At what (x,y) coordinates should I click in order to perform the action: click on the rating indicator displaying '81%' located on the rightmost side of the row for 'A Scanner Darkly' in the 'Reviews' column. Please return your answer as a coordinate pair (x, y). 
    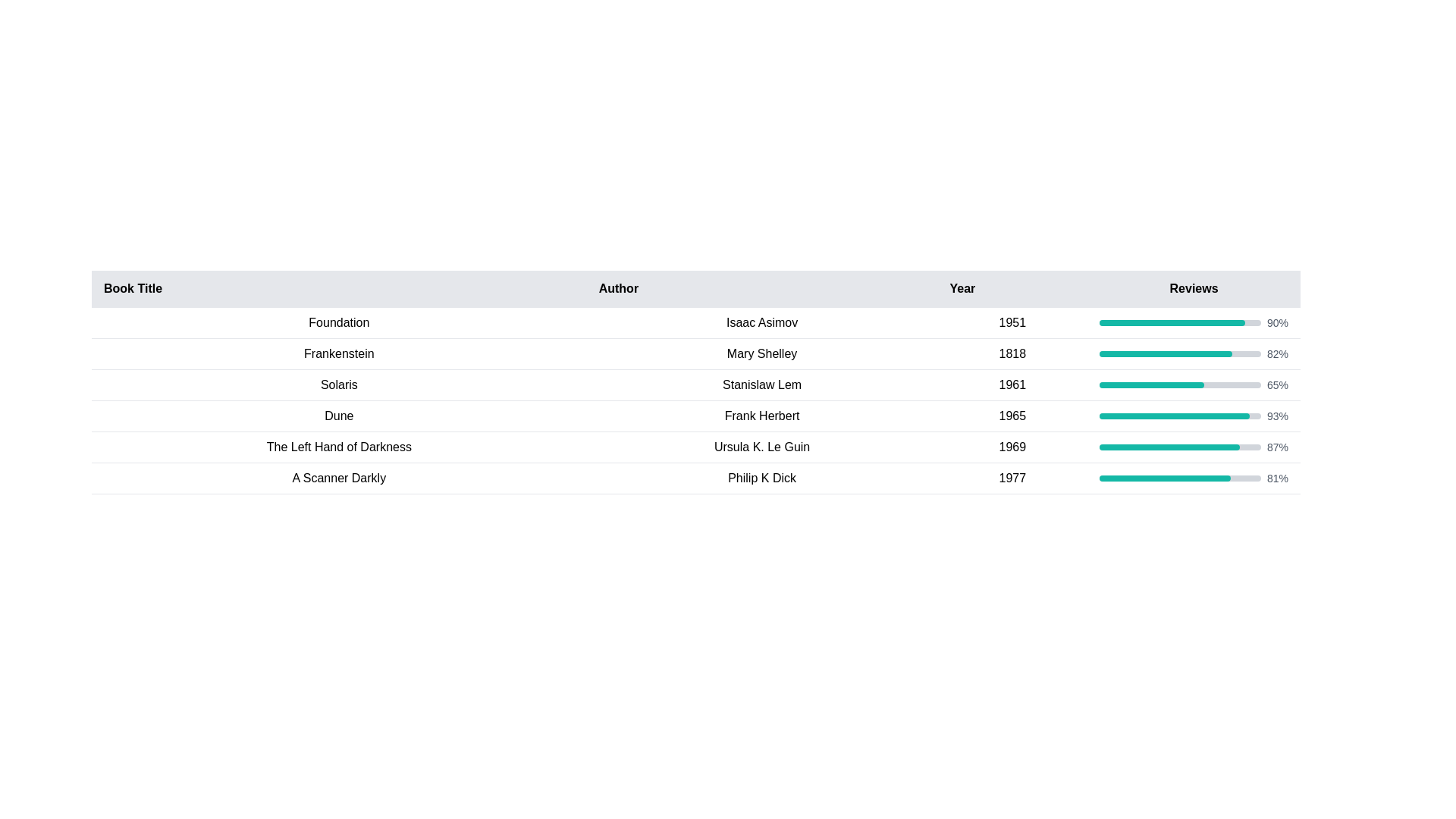
    Looking at the image, I should click on (1193, 479).